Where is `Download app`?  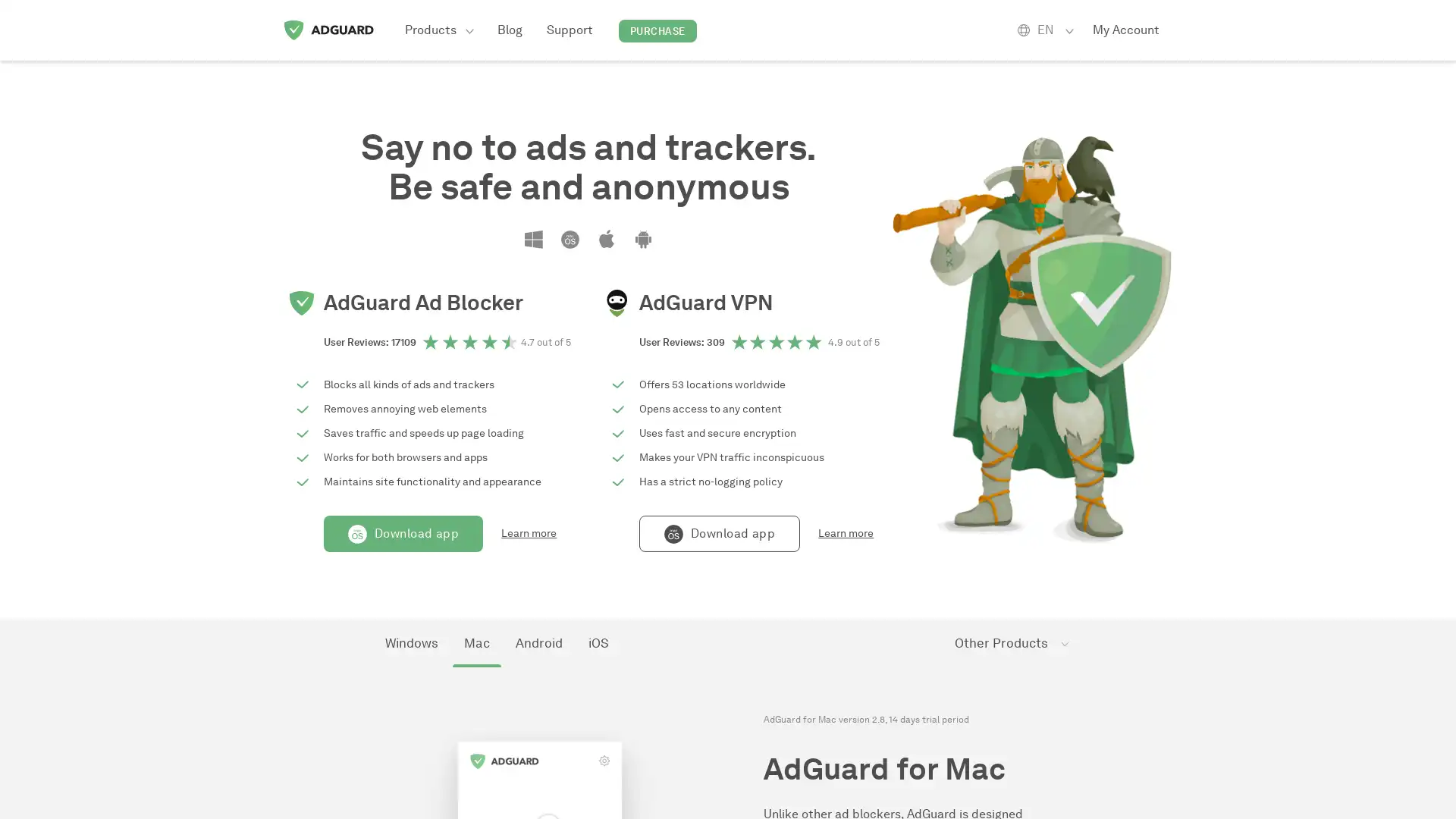 Download app is located at coordinates (403, 533).